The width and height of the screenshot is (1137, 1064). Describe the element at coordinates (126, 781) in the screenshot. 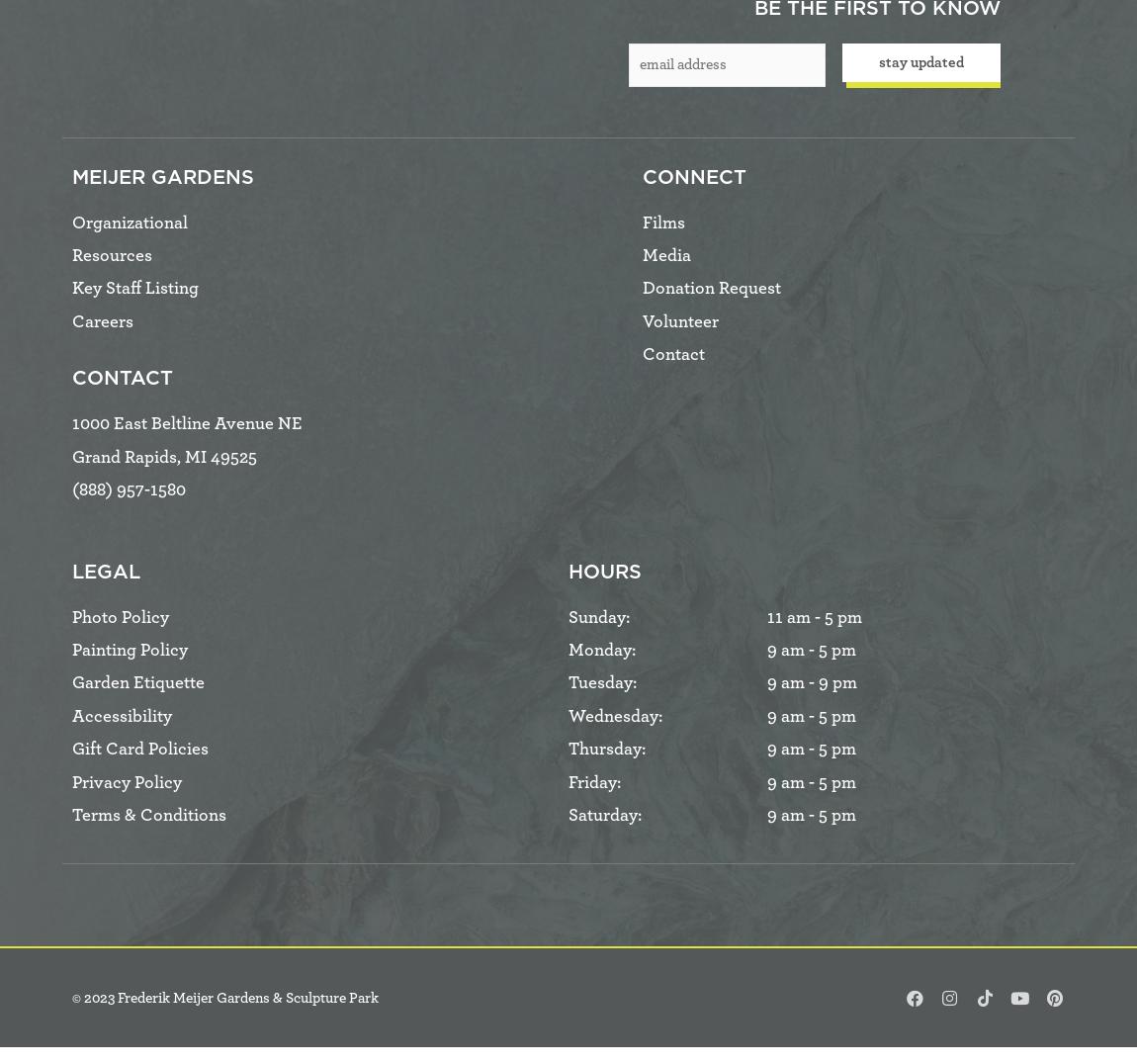

I see `'Privacy Policy'` at that location.